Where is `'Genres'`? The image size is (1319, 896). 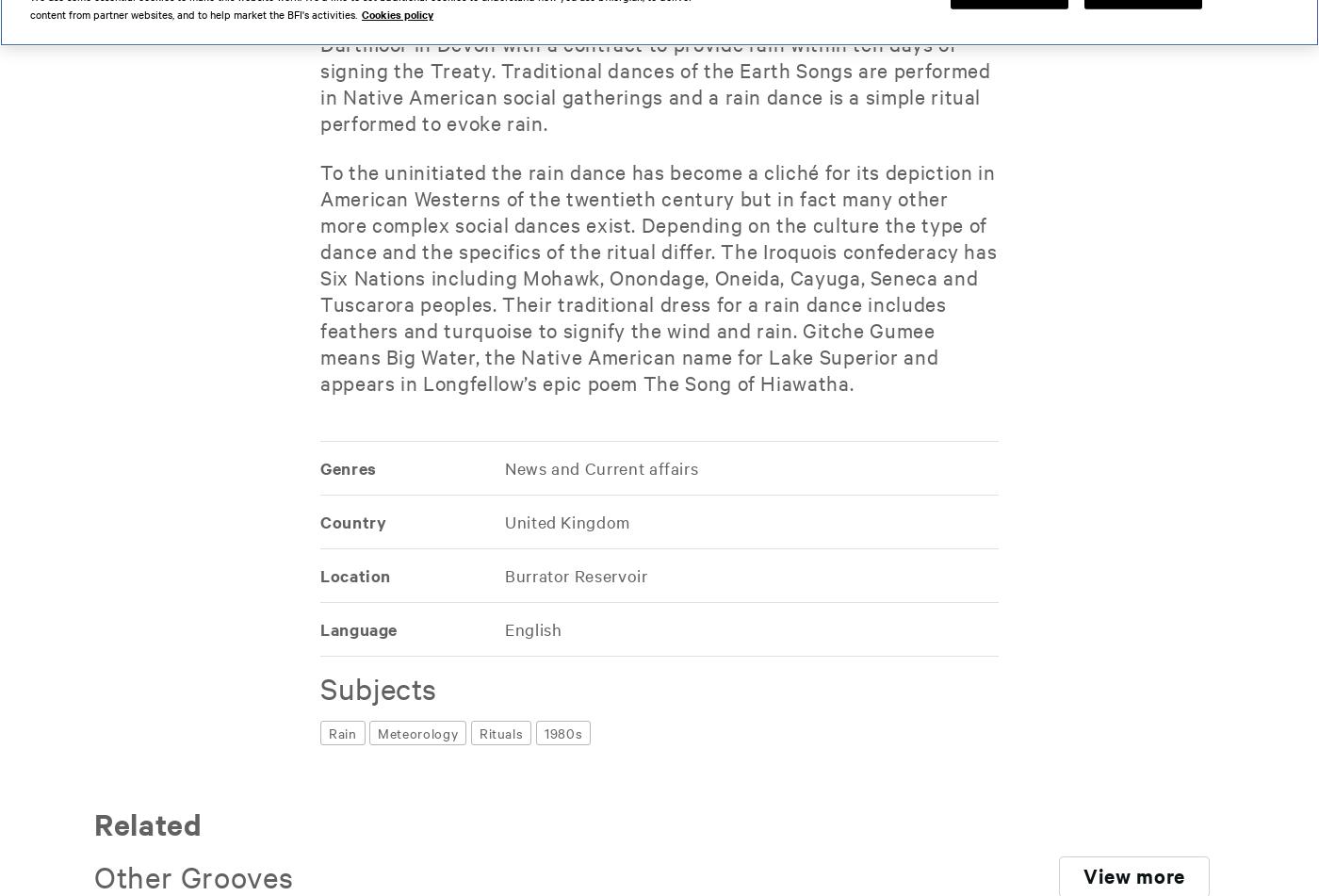
'Genres' is located at coordinates (348, 466).